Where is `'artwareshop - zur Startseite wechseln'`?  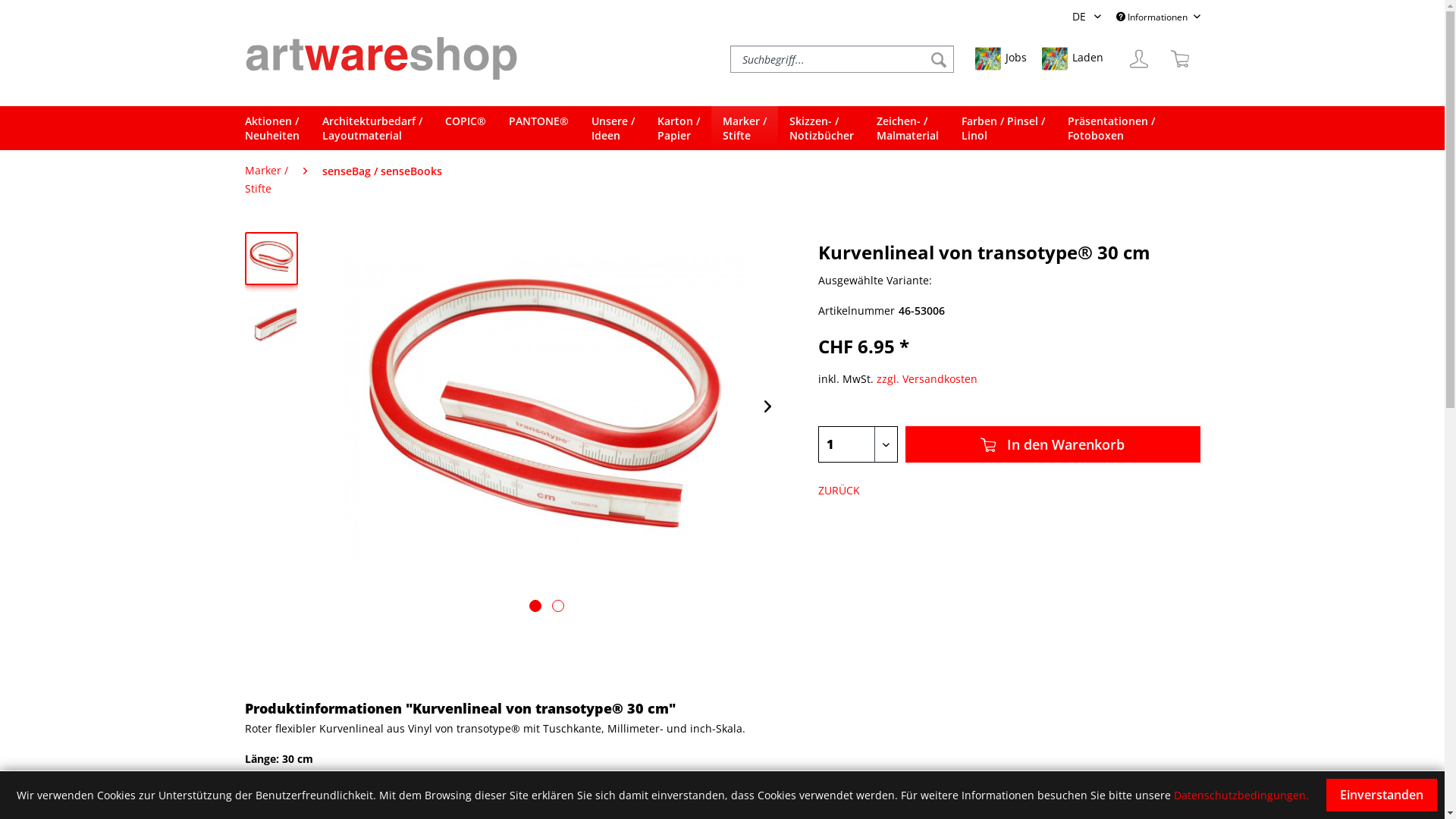
'artwareshop - zur Startseite wechseln' is located at coordinates (381, 57).